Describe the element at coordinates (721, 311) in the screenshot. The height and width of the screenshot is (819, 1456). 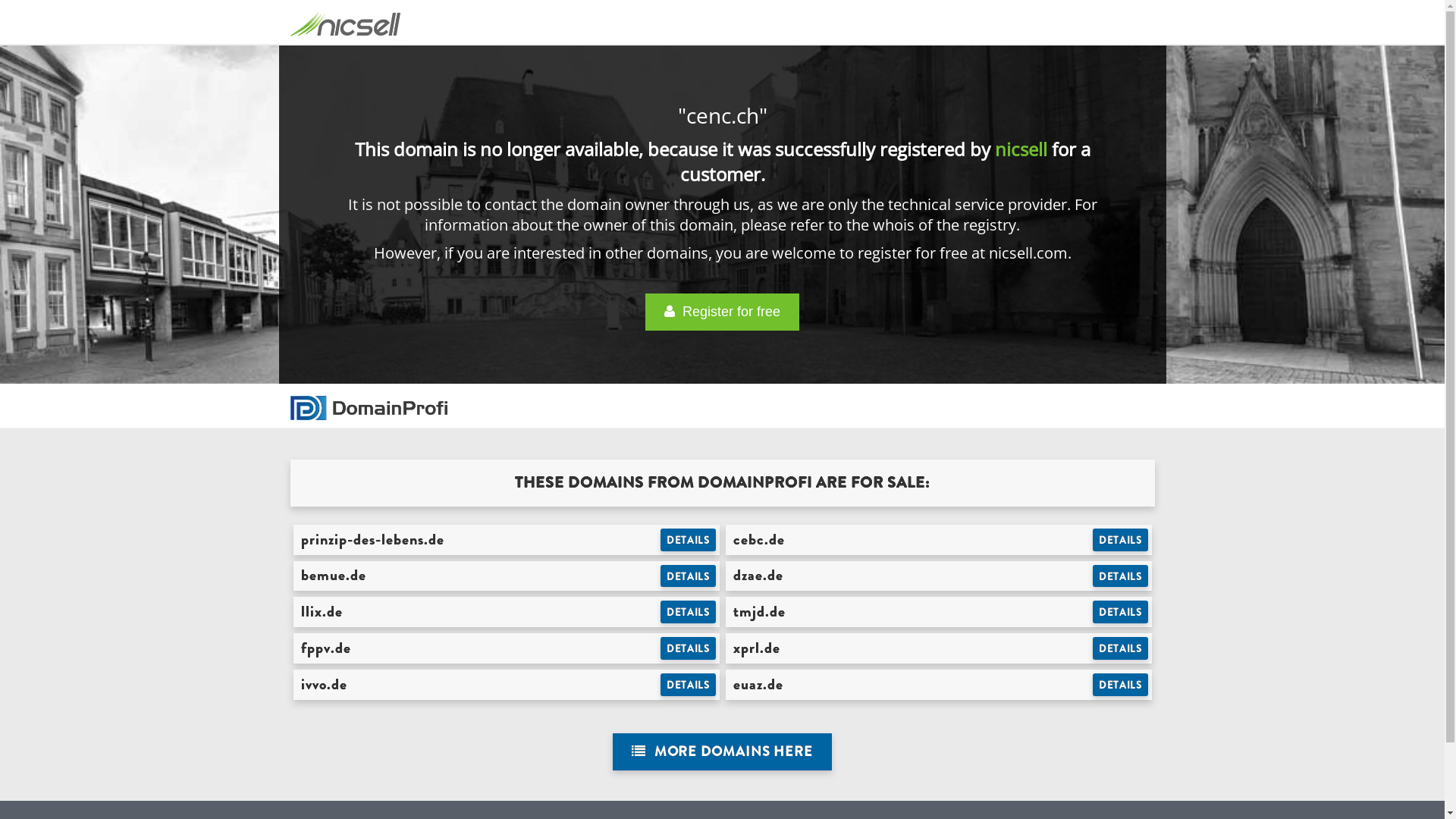
I see `'  Register for free'` at that location.